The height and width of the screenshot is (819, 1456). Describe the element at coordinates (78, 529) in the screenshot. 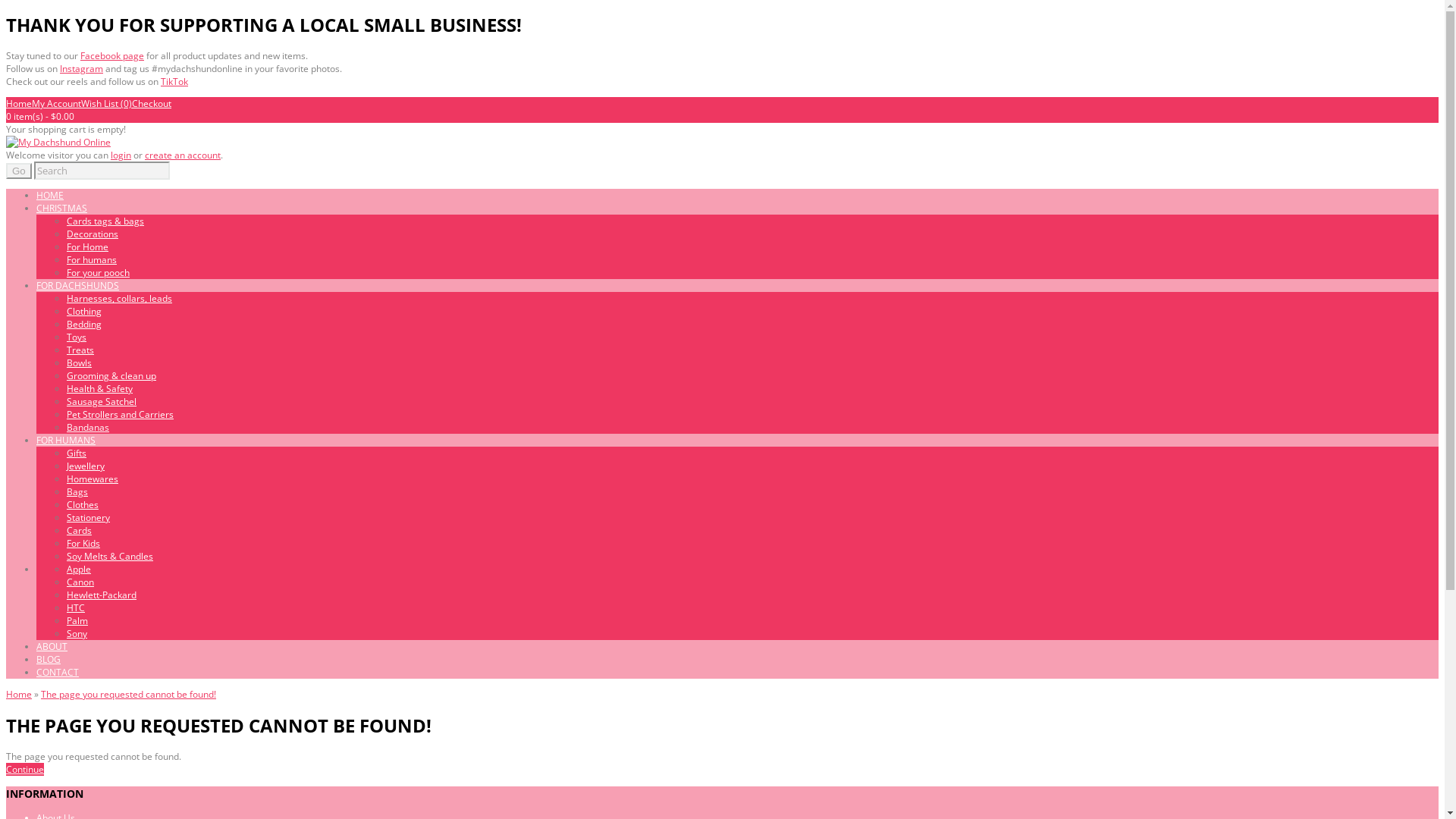

I see `'Cards'` at that location.